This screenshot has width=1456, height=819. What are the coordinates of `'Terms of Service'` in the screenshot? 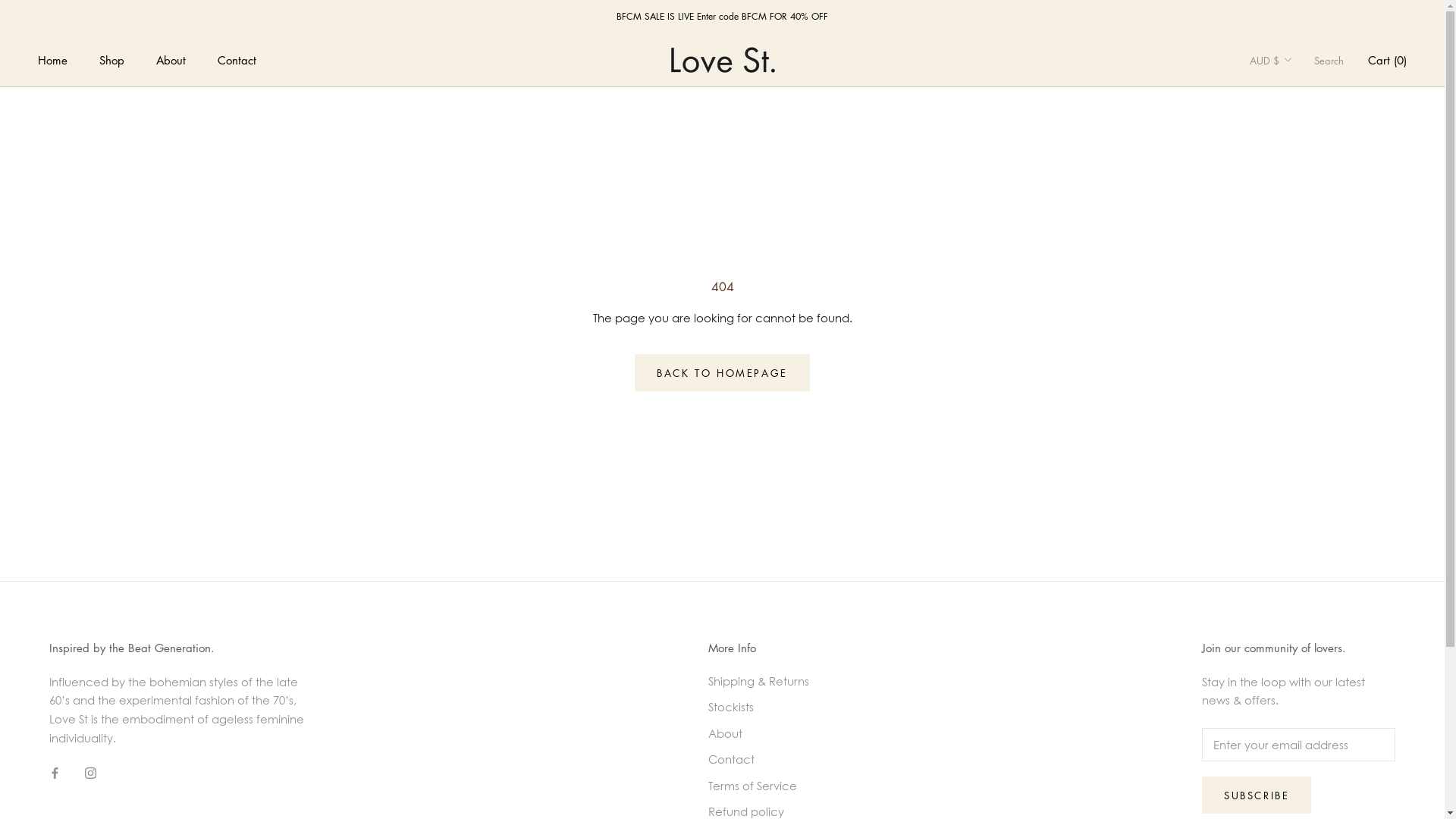 It's located at (758, 785).